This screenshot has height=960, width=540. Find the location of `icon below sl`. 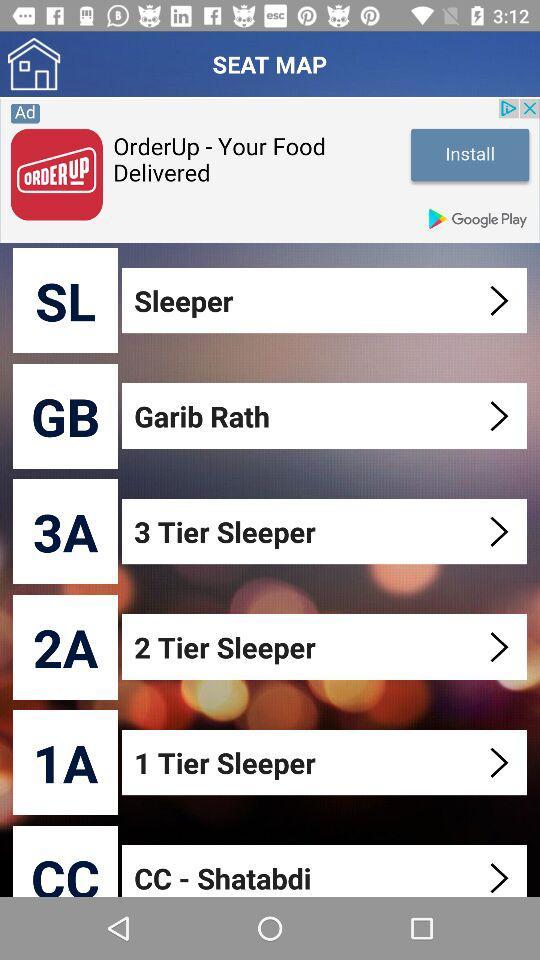

icon below sl is located at coordinates (65, 415).